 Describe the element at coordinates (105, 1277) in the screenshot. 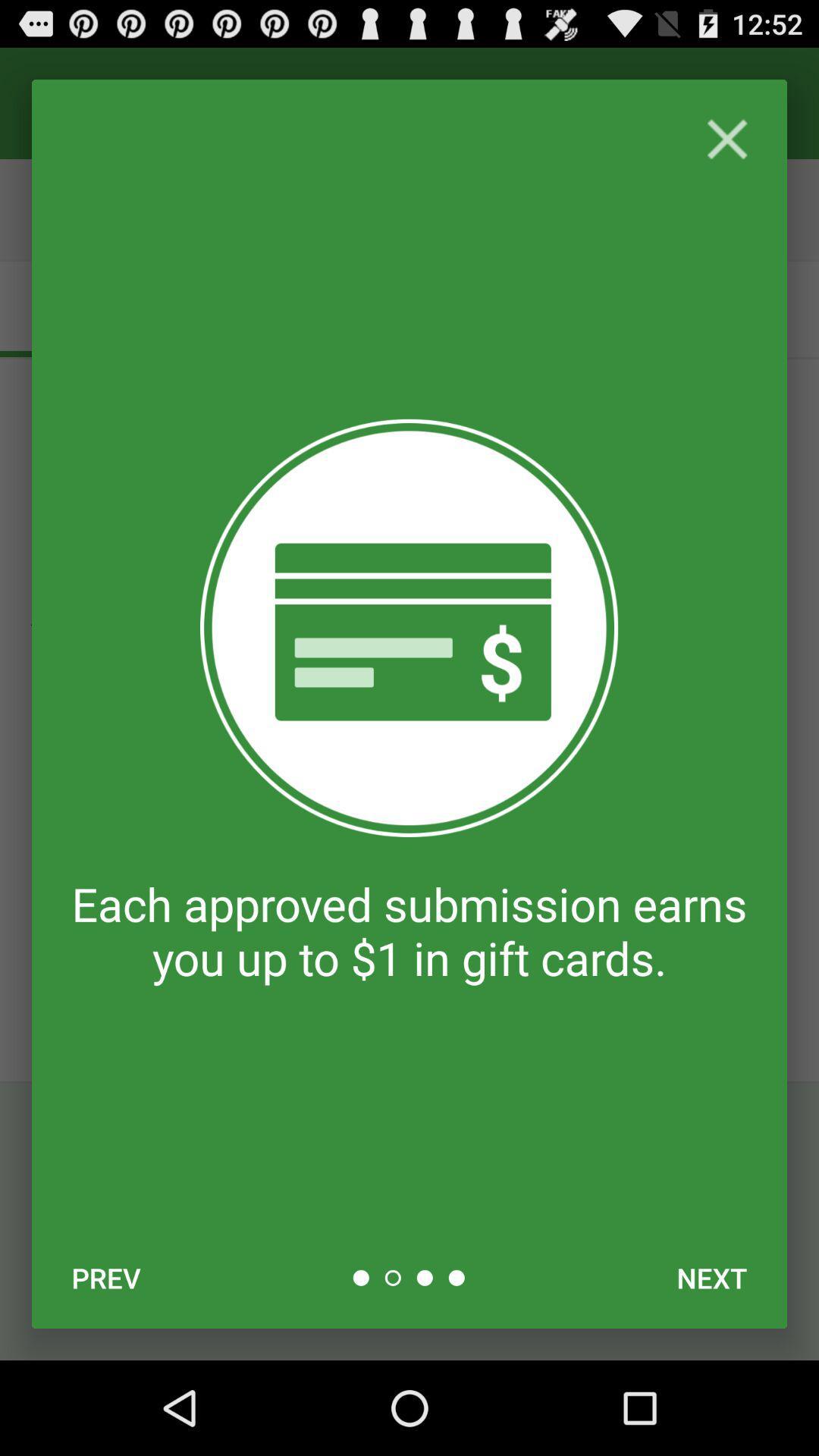

I see `the item at the bottom left corner` at that location.